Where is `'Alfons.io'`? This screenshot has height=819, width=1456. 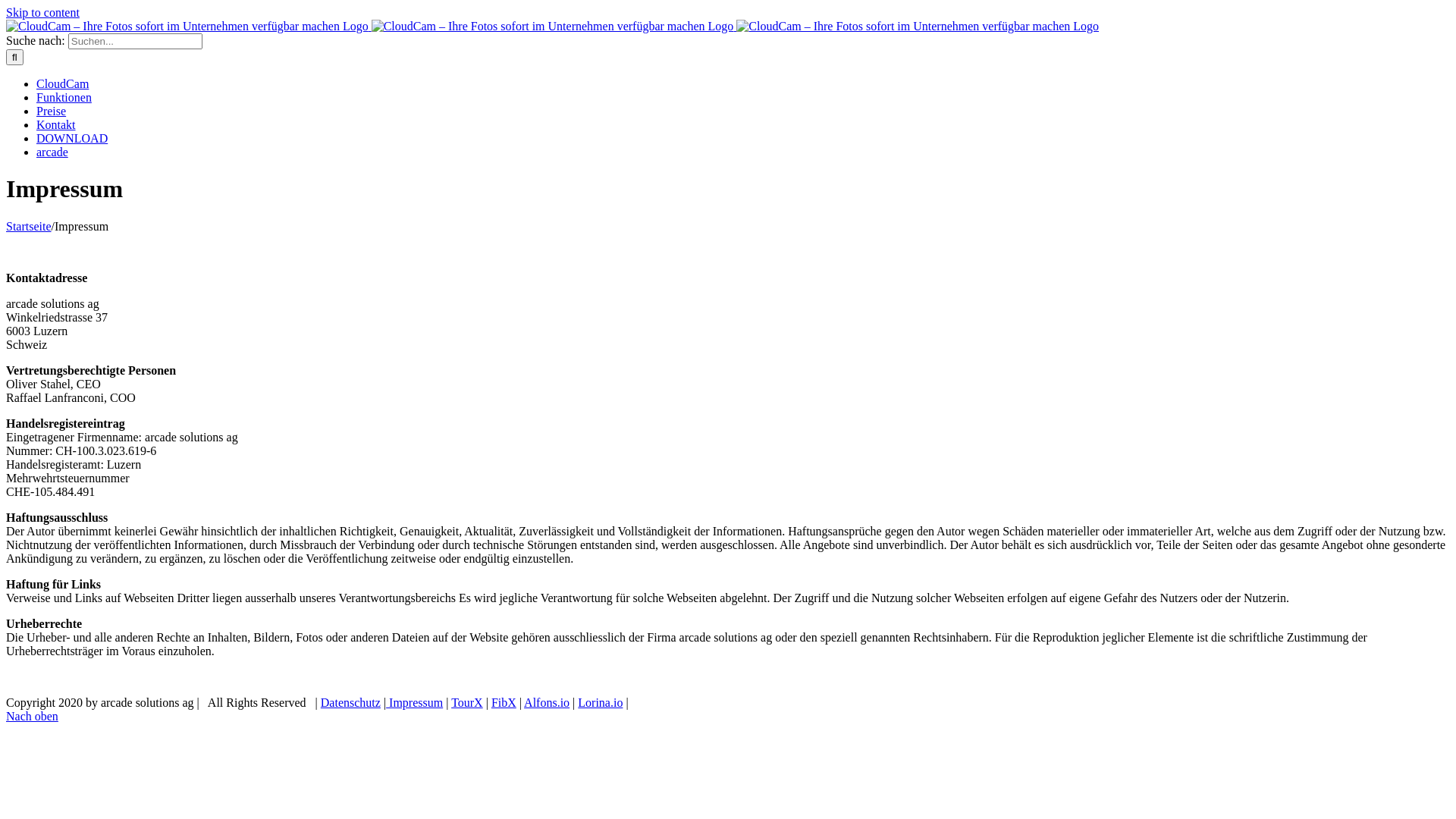
'Alfons.io' is located at coordinates (546, 702).